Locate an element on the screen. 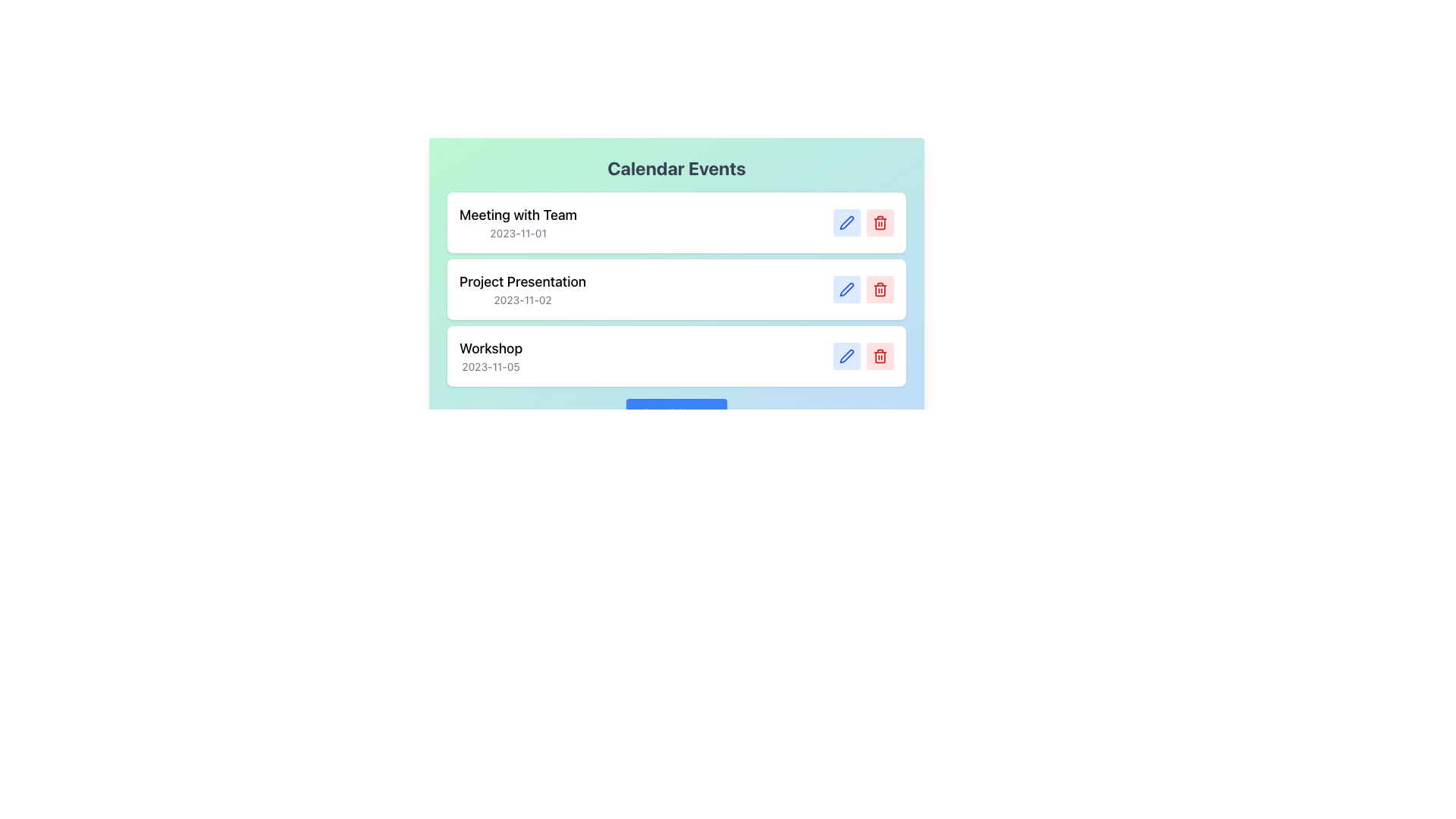 The height and width of the screenshot is (819, 1456). the central portion of the trash bin icon, which represents the delete operation for an event option is located at coordinates (880, 223).